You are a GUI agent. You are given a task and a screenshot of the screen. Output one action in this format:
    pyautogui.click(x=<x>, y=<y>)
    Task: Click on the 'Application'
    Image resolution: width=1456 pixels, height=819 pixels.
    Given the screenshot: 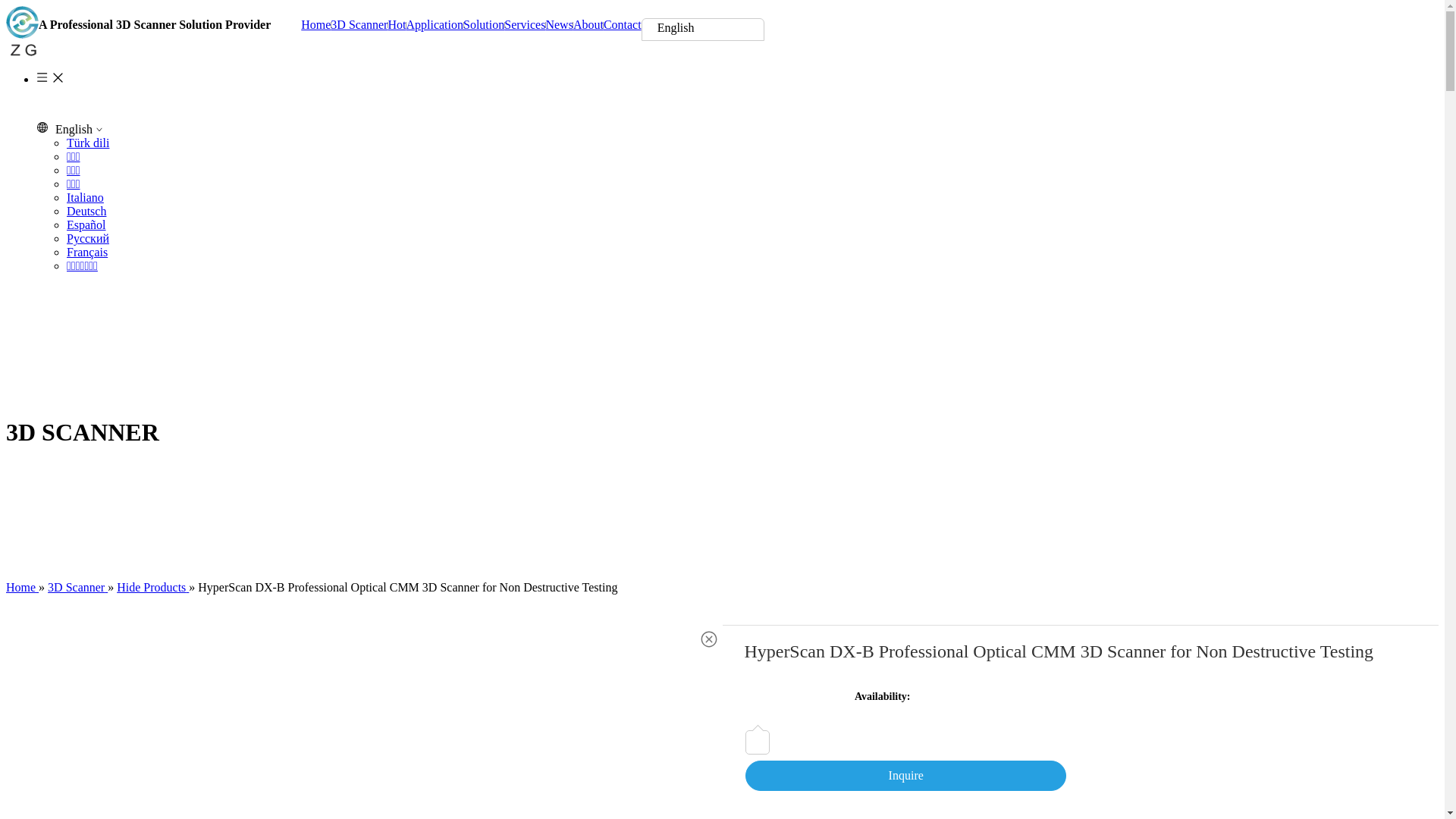 What is the action you would take?
    pyautogui.click(x=433, y=25)
    